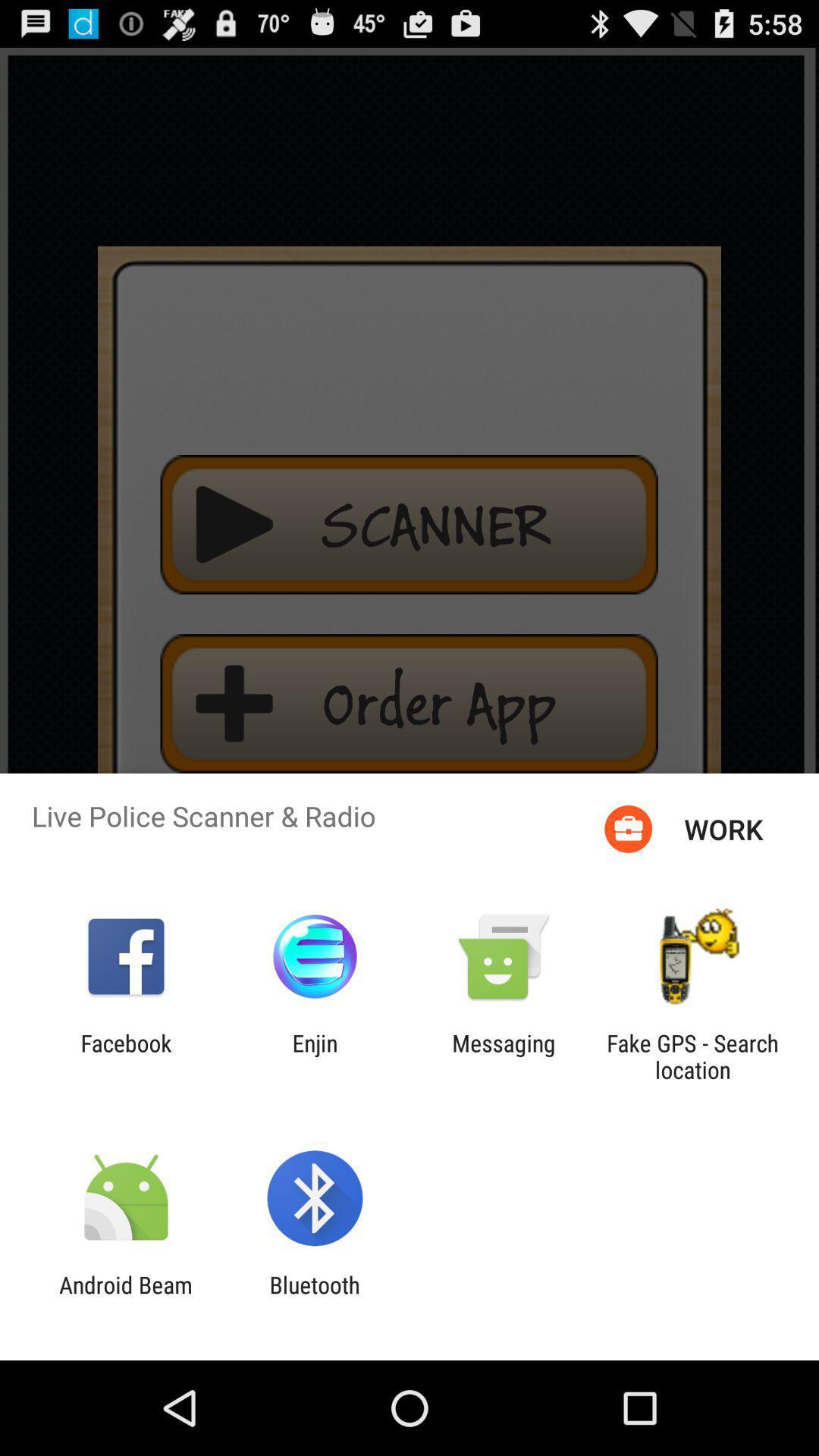 The width and height of the screenshot is (819, 1456). Describe the element at coordinates (692, 1056) in the screenshot. I see `fake gps search app` at that location.